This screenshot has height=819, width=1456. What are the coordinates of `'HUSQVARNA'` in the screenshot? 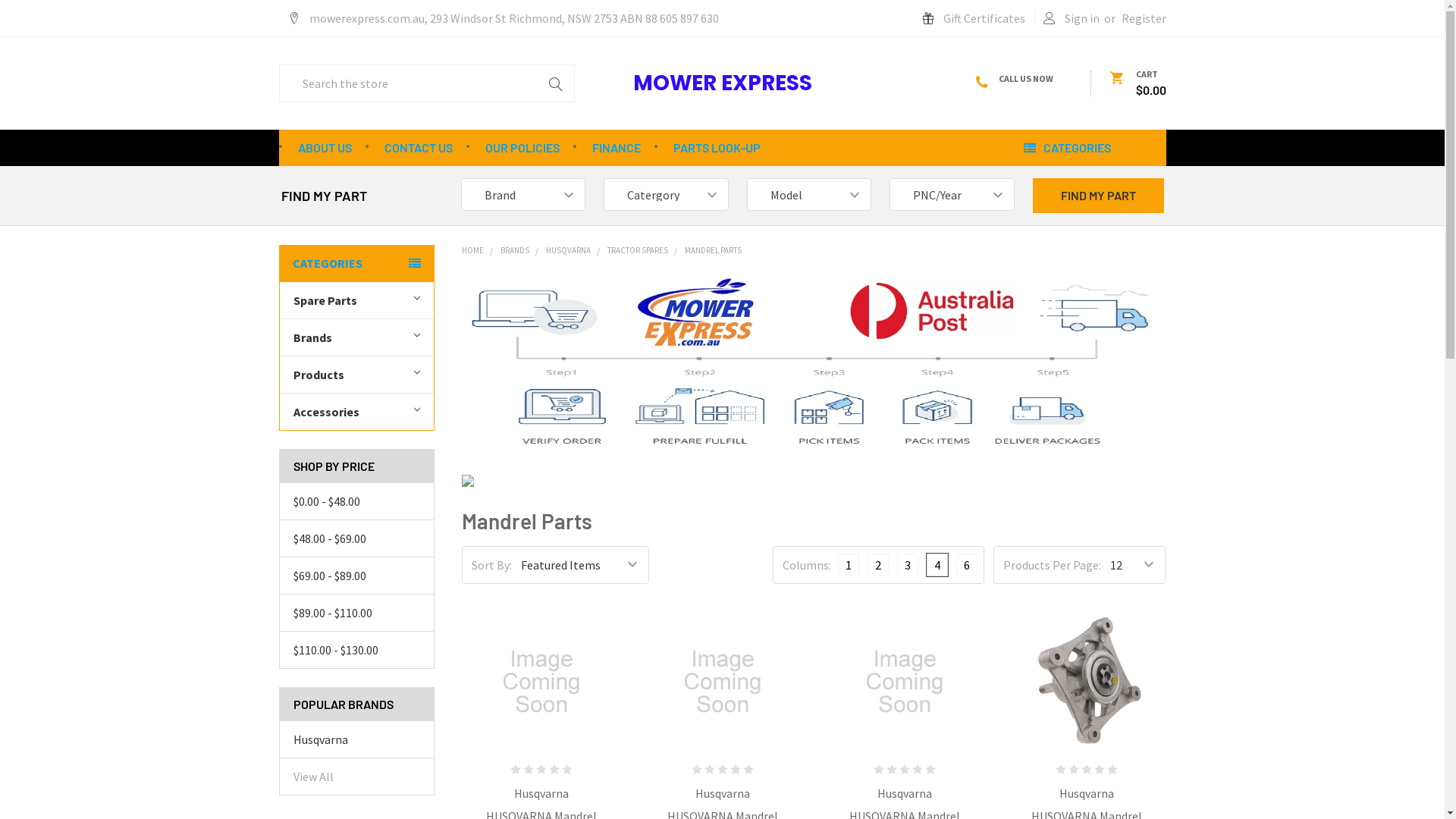 It's located at (567, 249).